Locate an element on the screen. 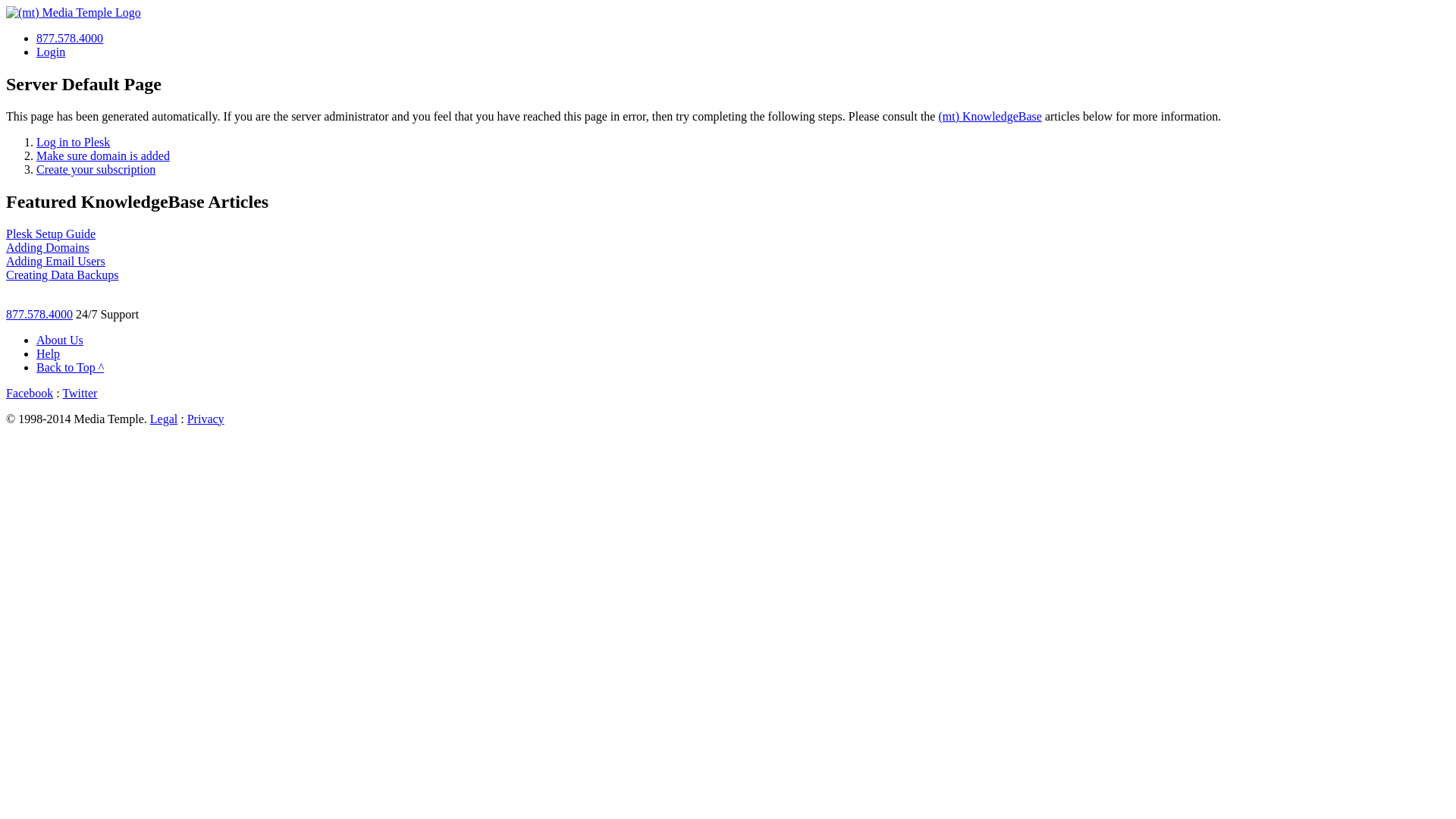  'Log in to Plesk' is located at coordinates (72, 142).